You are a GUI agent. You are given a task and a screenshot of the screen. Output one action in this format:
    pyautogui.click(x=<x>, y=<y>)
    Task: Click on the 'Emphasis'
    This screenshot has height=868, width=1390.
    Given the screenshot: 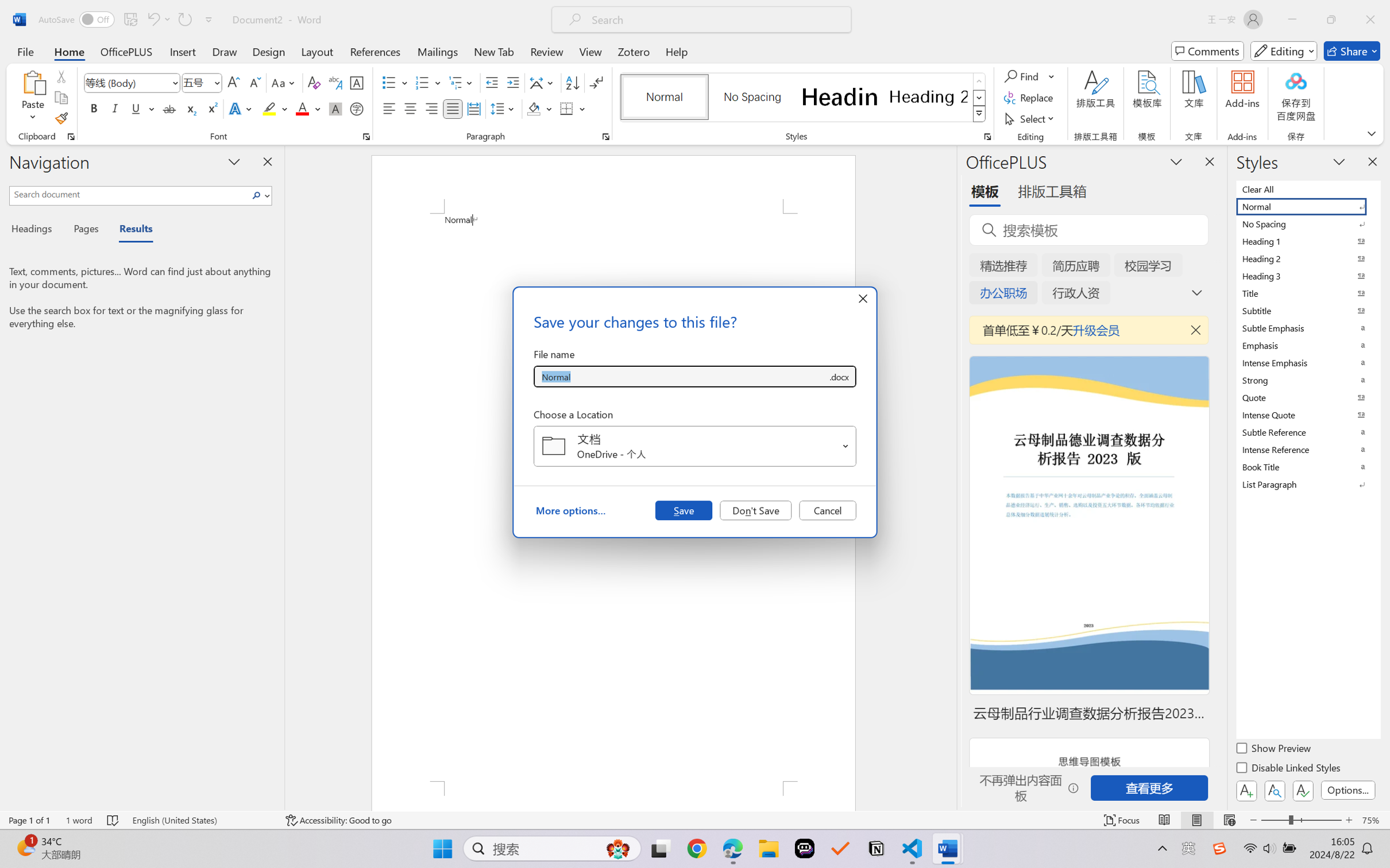 What is the action you would take?
    pyautogui.click(x=1307, y=345)
    